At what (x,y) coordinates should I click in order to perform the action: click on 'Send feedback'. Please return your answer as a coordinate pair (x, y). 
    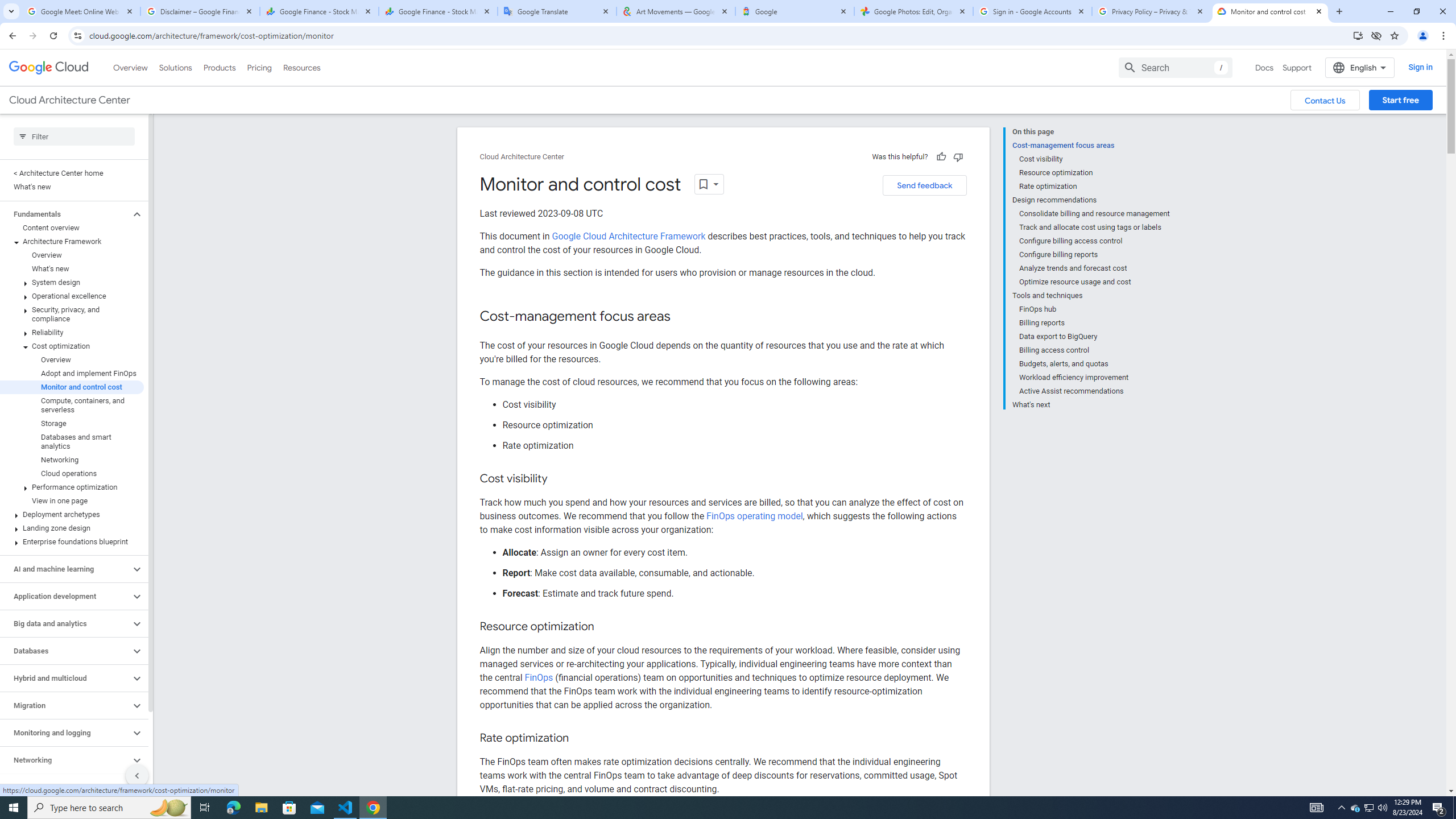
    Looking at the image, I should click on (924, 185).